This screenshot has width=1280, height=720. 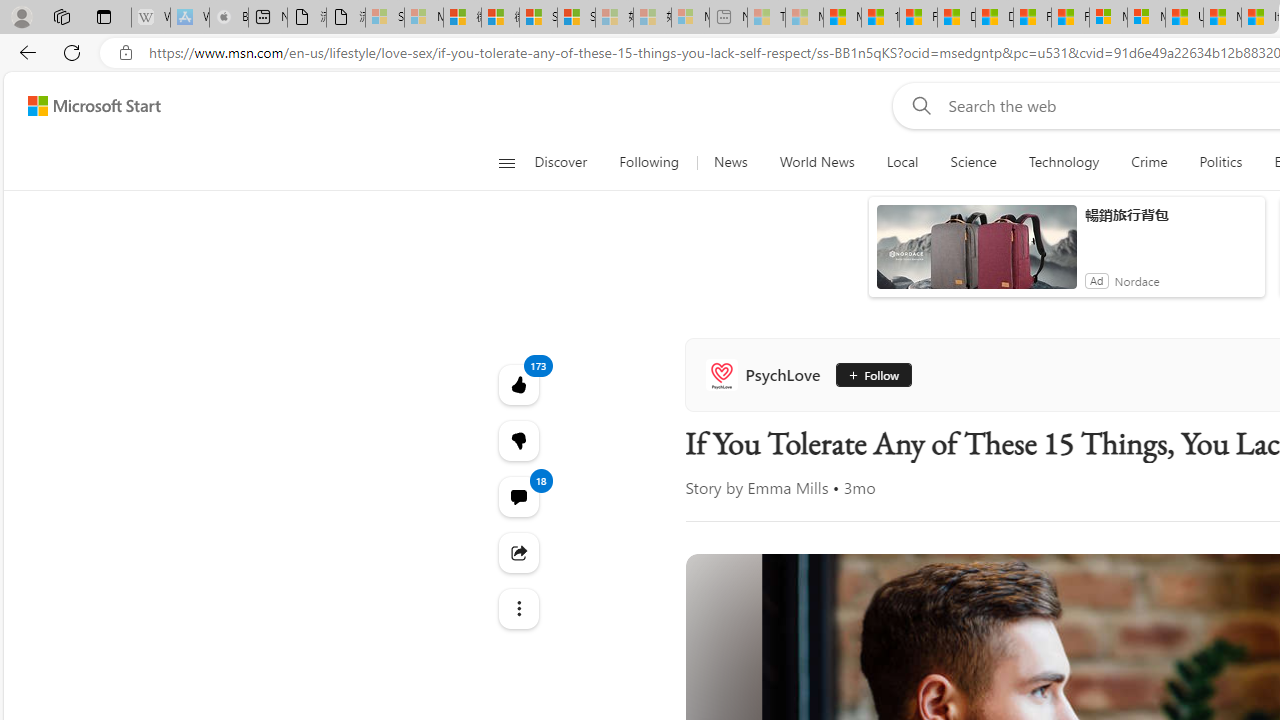 I want to click on 'PsychLove', so click(x=766, y=375).